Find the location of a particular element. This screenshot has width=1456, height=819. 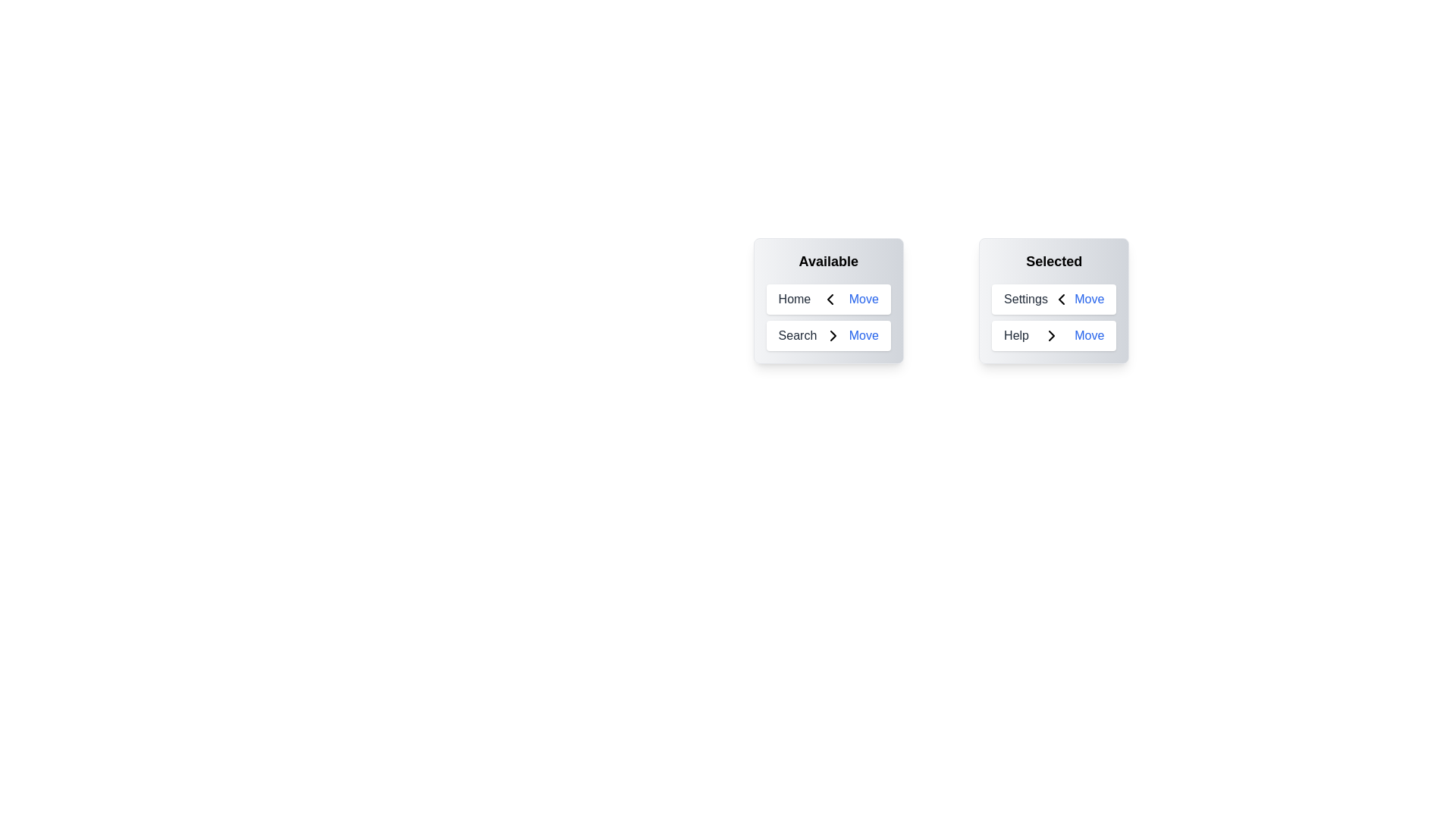

'Move' button next to the item 'Home' in the 'Available' list to transfer it is located at coordinates (864, 299).